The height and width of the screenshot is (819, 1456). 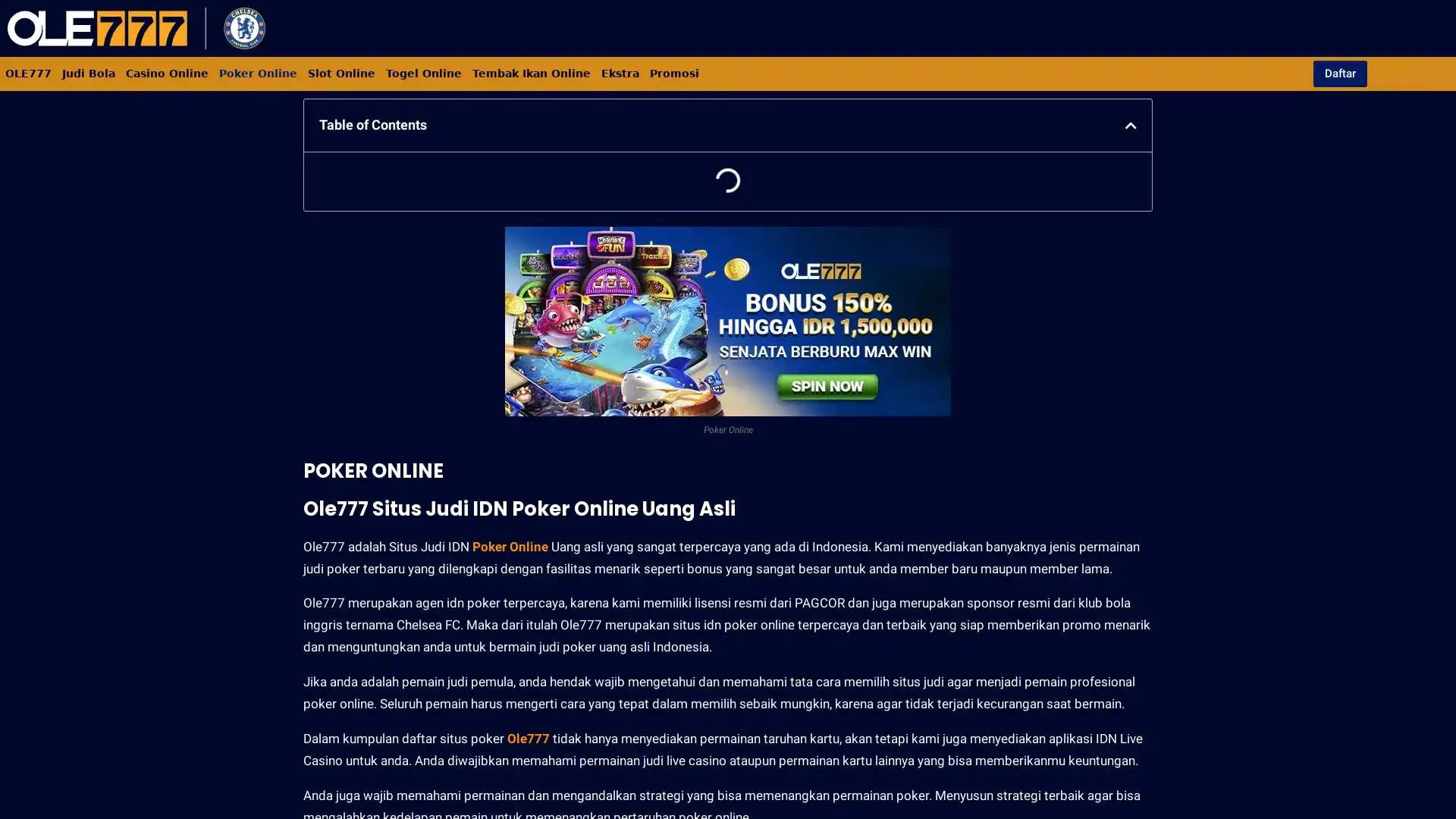 I want to click on Daftar, so click(x=1339, y=73).